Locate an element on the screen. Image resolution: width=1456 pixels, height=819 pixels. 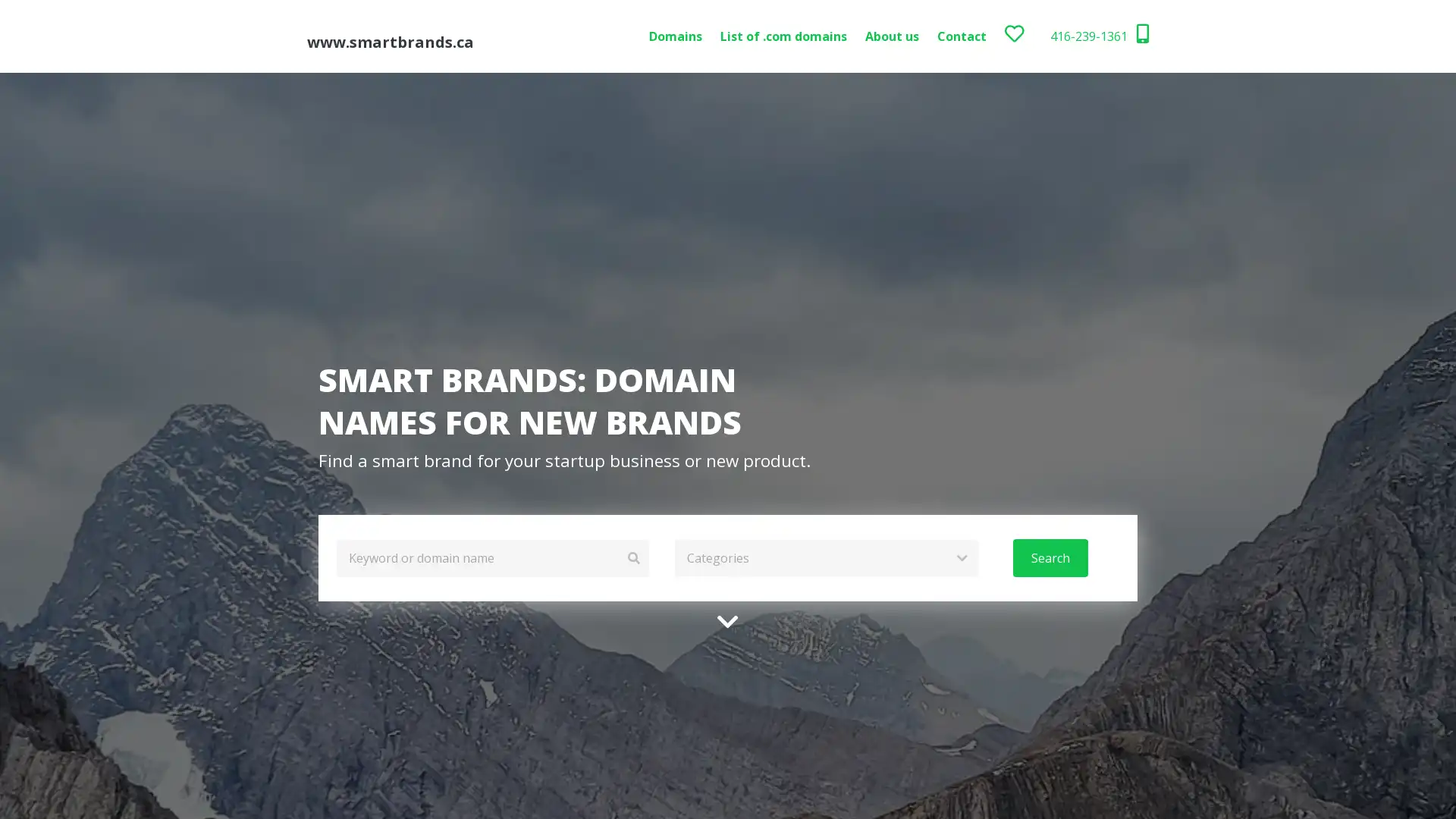
Categories is located at coordinates (825, 557).